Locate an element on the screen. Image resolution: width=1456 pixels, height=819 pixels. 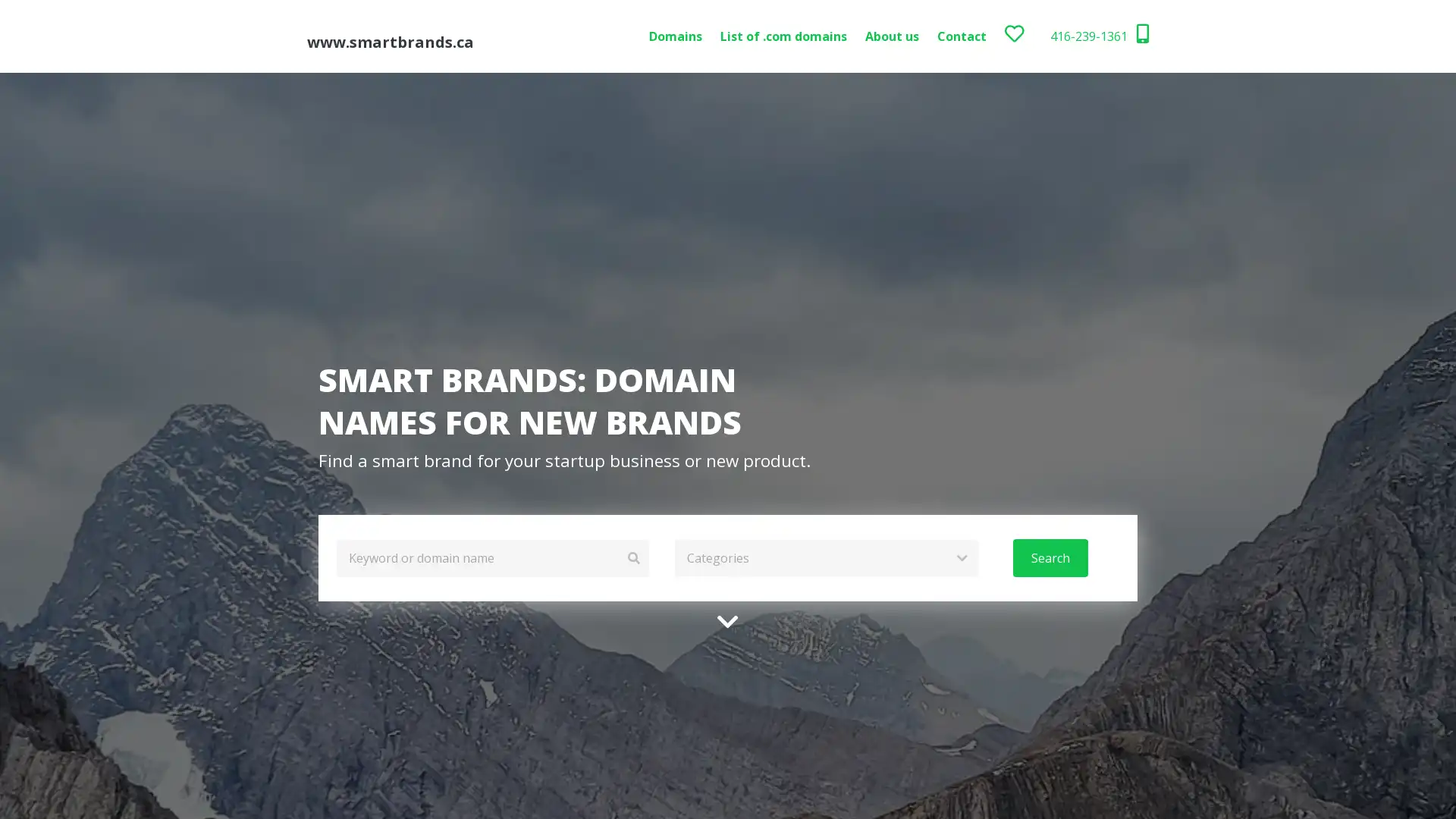
Categories is located at coordinates (825, 557).